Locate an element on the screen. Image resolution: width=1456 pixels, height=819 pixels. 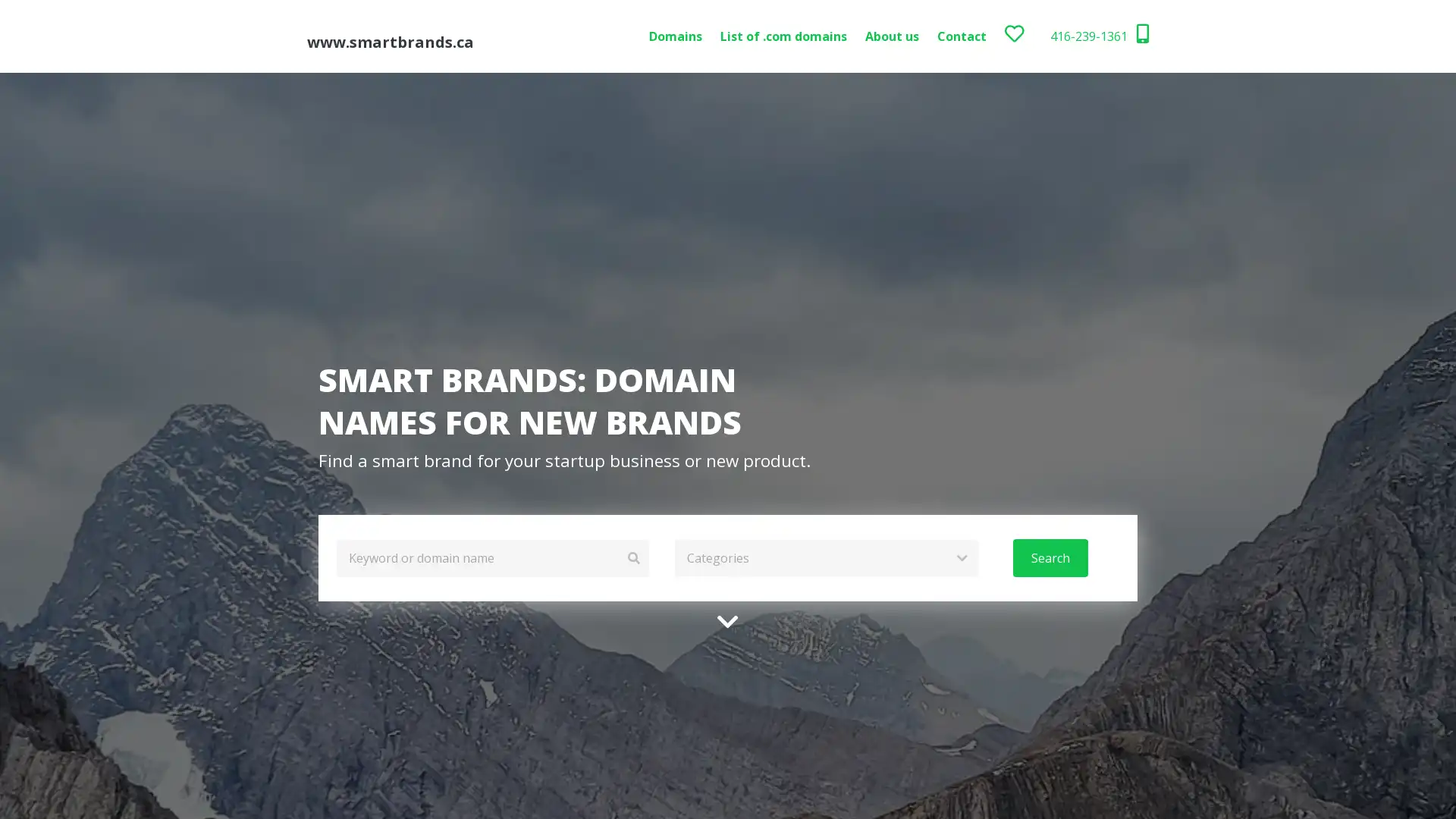
Categories is located at coordinates (825, 557).